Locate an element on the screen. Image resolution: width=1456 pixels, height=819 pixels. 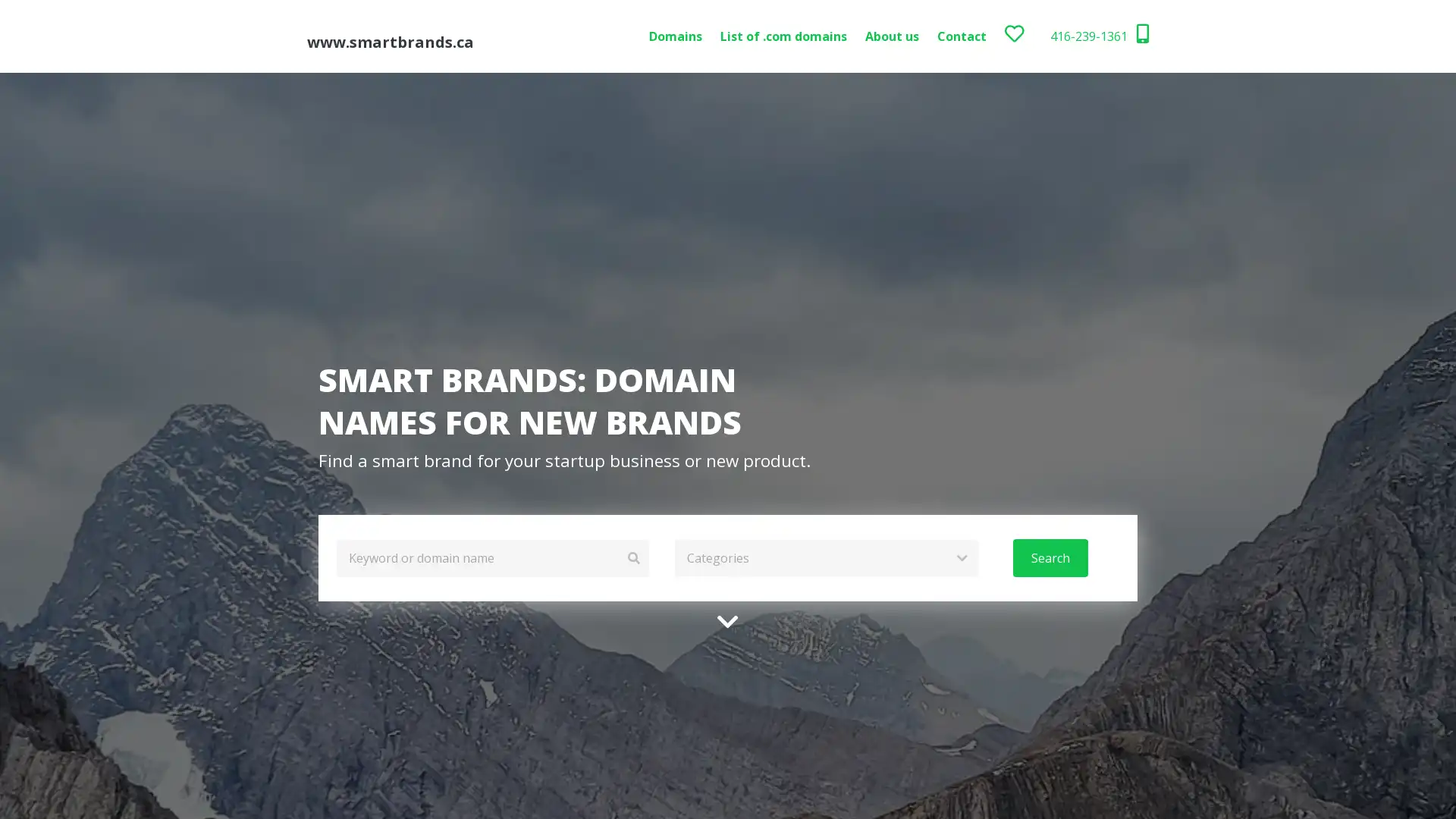
Categories is located at coordinates (825, 557).